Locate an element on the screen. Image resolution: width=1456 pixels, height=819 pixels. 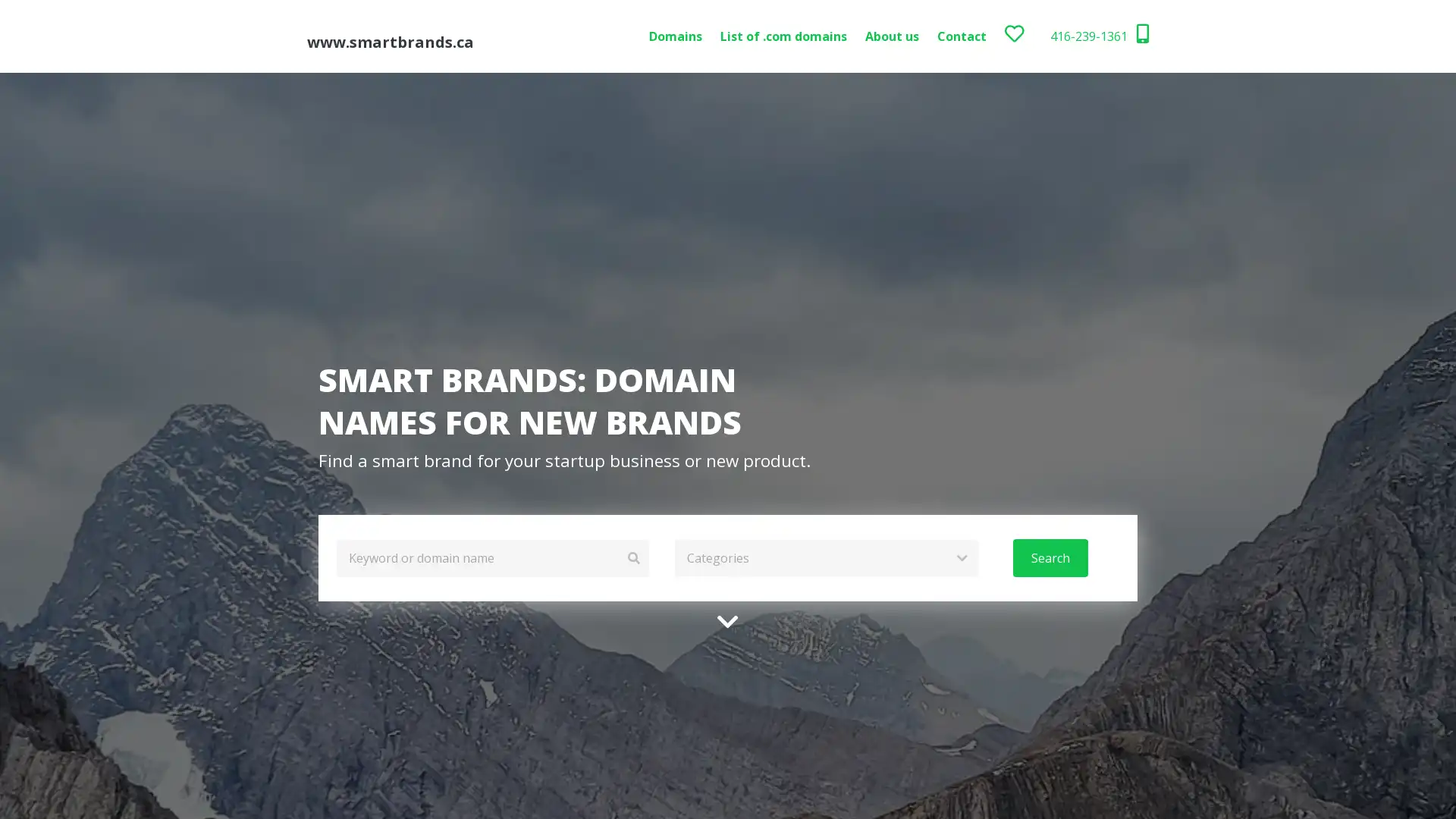
Categories is located at coordinates (825, 557).